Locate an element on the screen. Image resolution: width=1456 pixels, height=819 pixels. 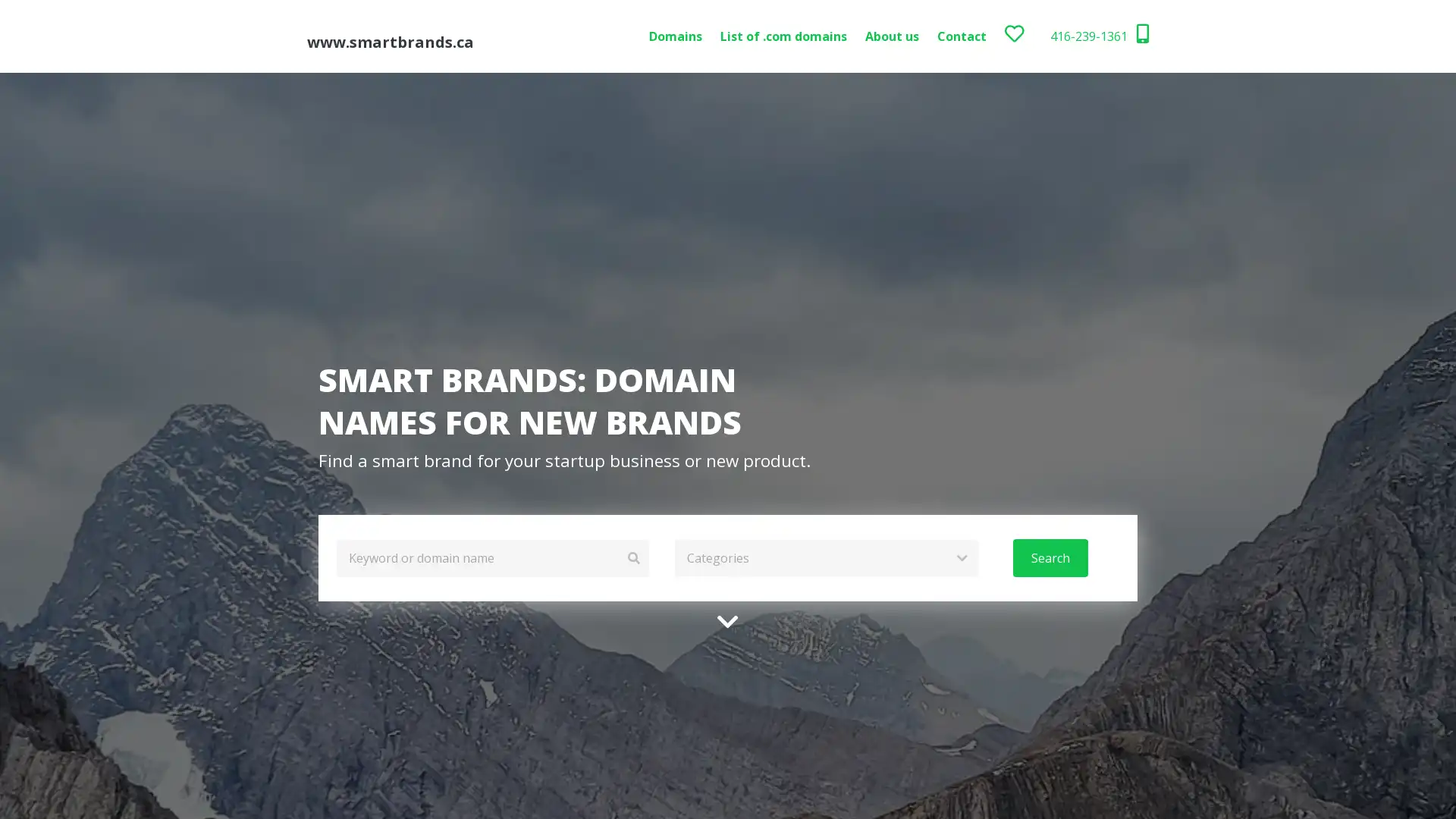
Categories is located at coordinates (825, 557).